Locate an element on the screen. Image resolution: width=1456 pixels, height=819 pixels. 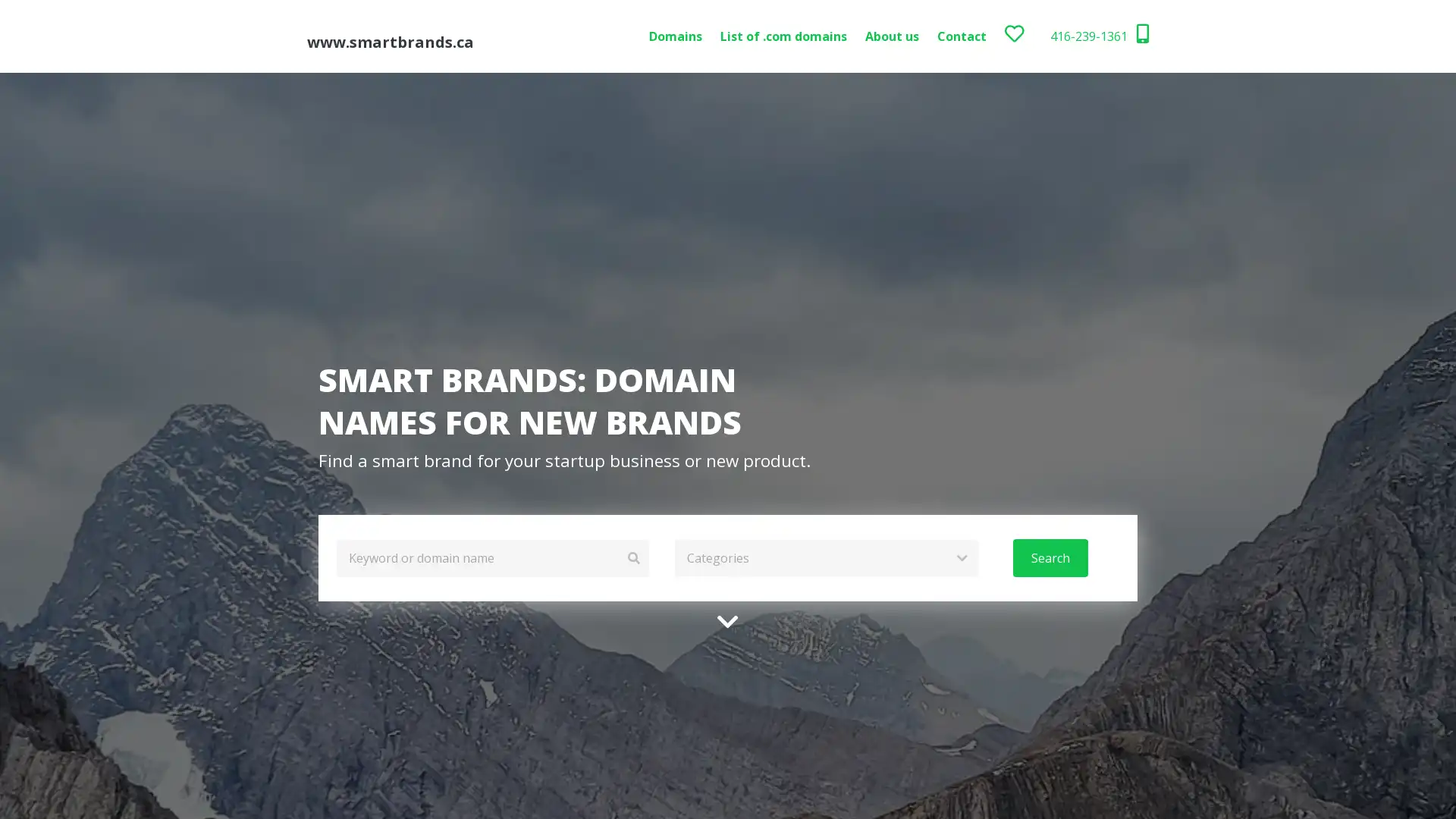
Categories is located at coordinates (825, 557).